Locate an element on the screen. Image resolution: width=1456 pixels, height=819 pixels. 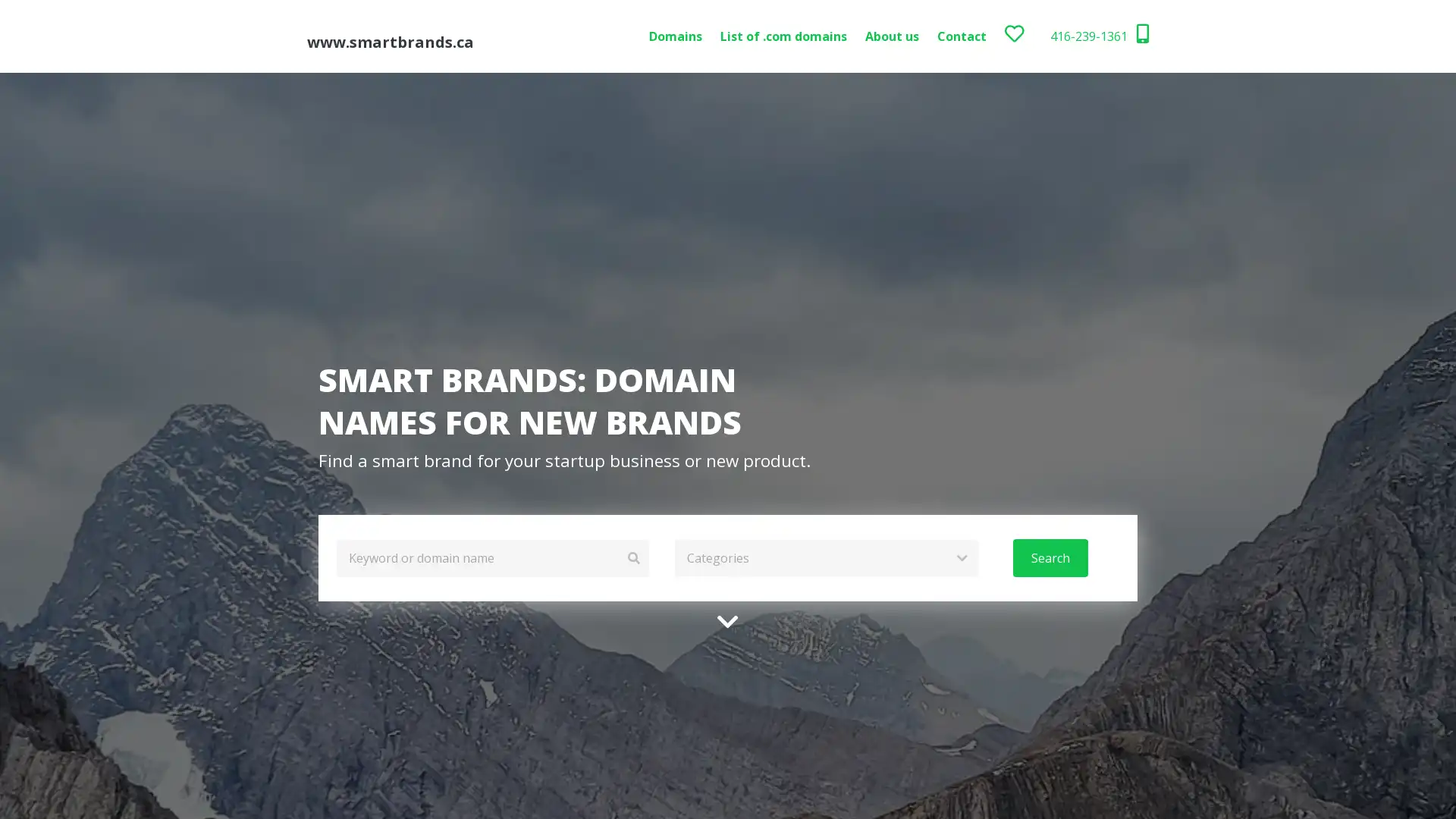
Categories is located at coordinates (825, 557).